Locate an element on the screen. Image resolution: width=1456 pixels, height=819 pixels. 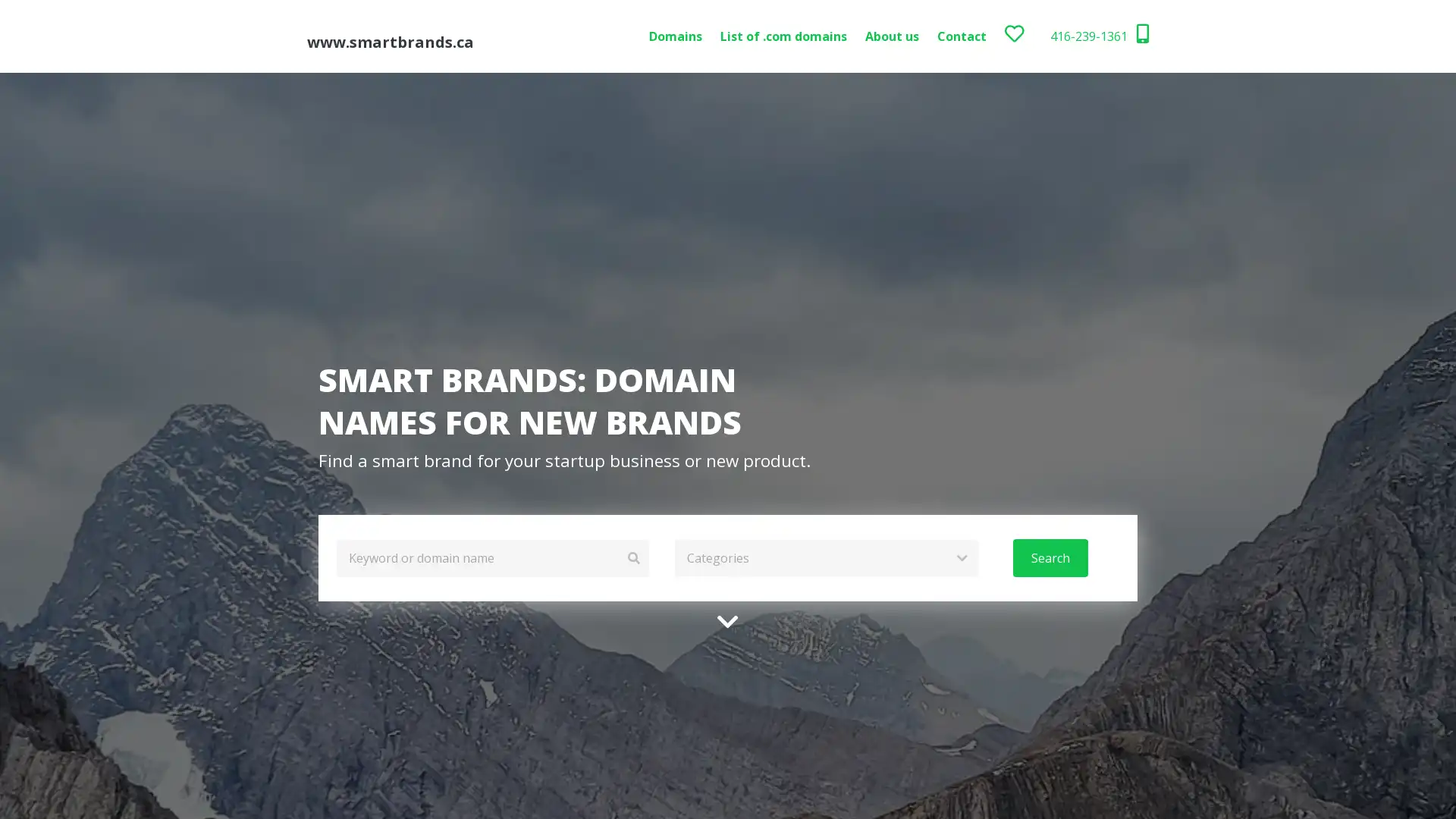
Categories is located at coordinates (825, 557).